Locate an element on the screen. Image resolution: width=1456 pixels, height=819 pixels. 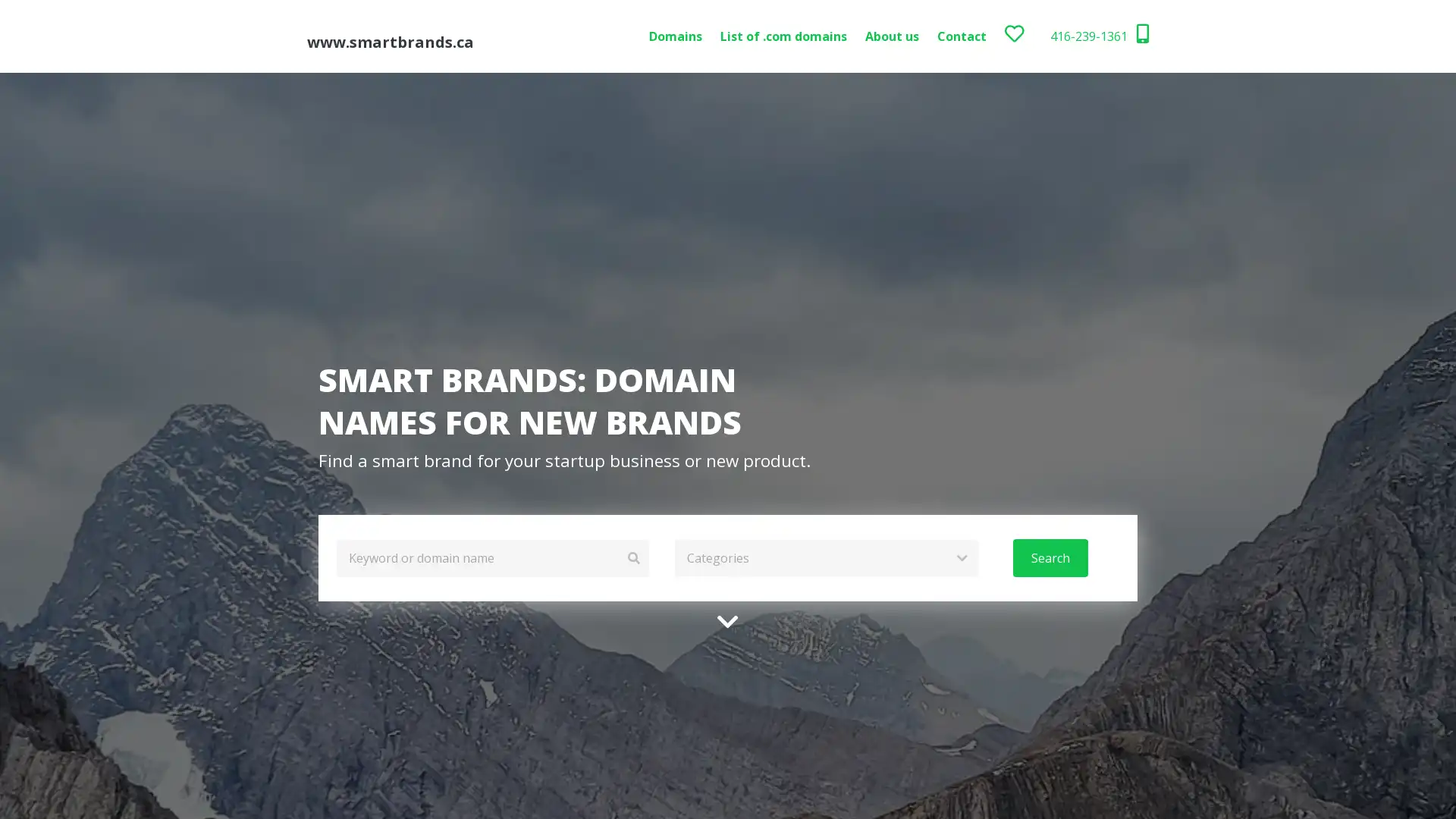
Categories is located at coordinates (825, 557).